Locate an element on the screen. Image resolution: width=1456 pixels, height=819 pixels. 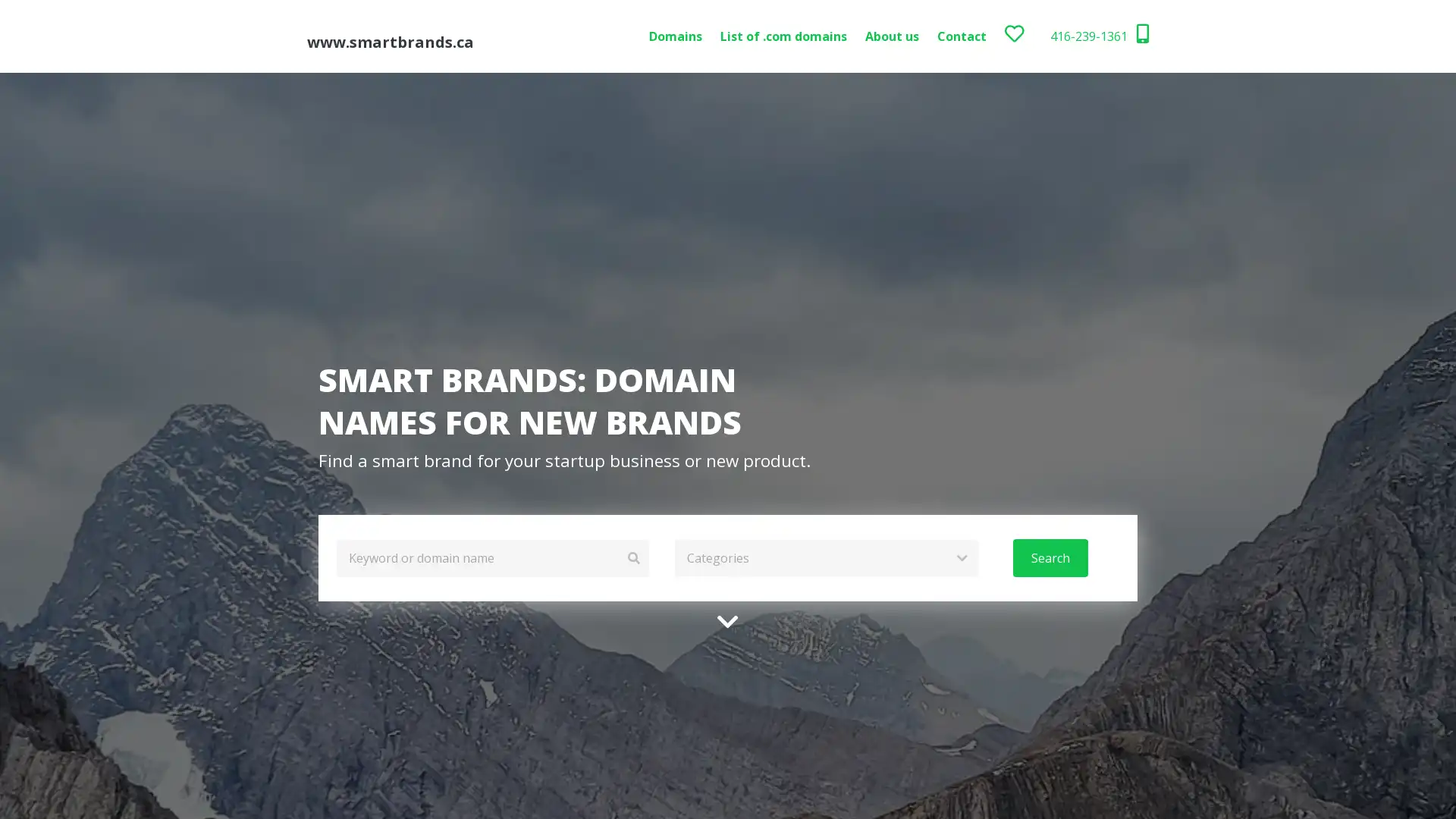
Categories is located at coordinates (825, 557).